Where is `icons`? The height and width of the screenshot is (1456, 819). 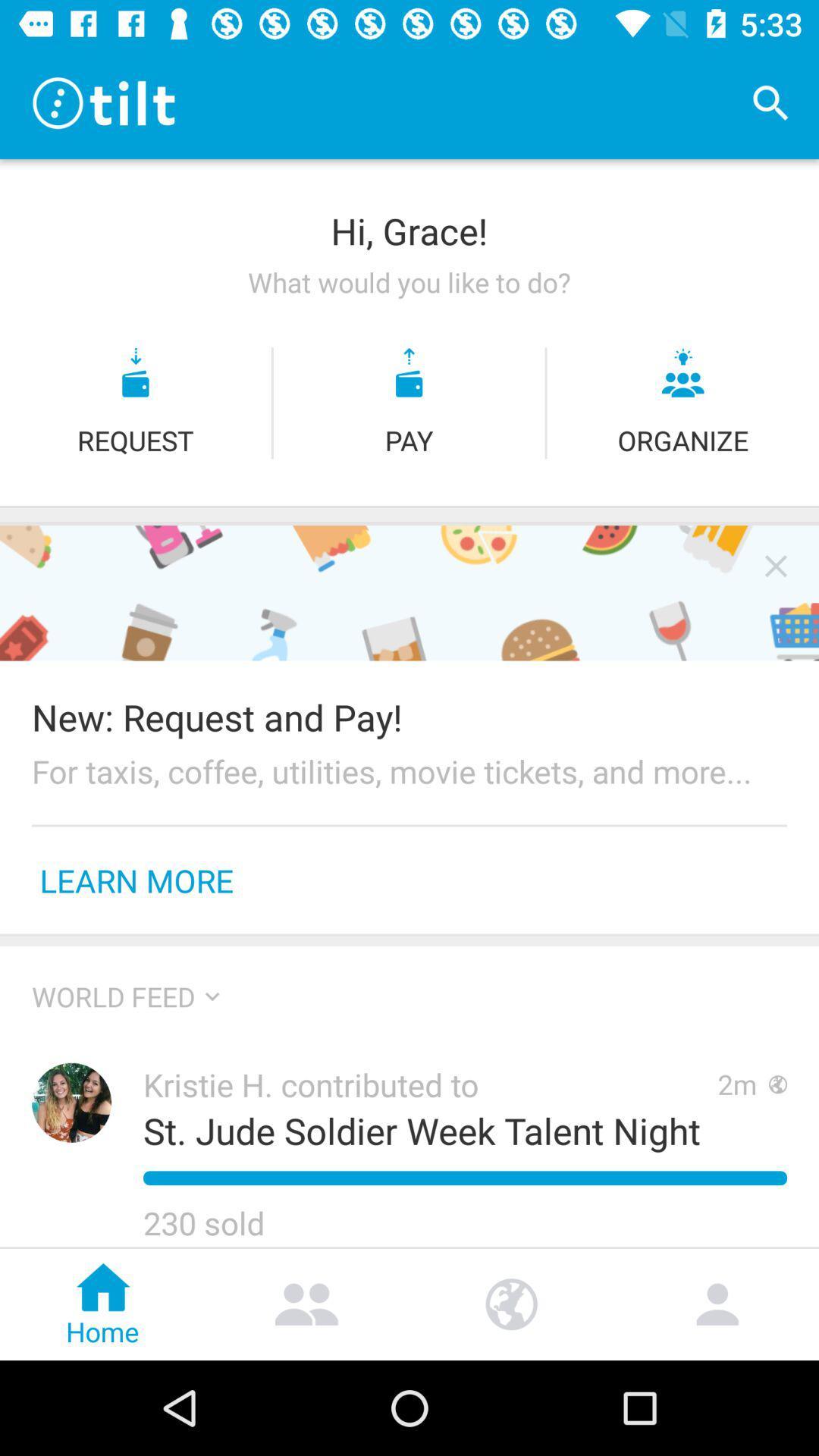 icons is located at coordinates (776, 565).